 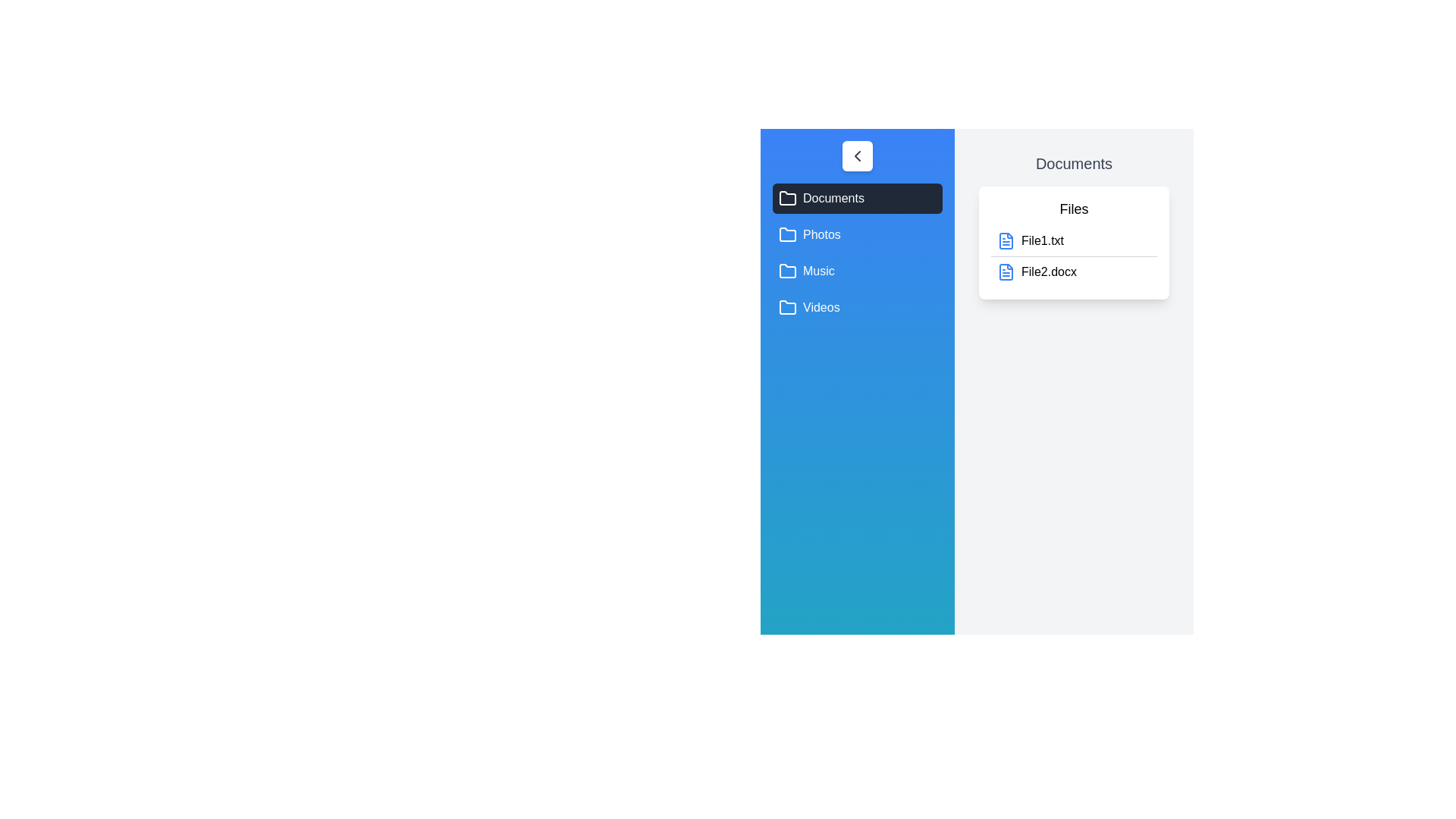 What do you see at coordinates (858, 155) in the screenshot?
I see `the drawer toggle button to toggle its open or close state` at bounding box center [858, 155].